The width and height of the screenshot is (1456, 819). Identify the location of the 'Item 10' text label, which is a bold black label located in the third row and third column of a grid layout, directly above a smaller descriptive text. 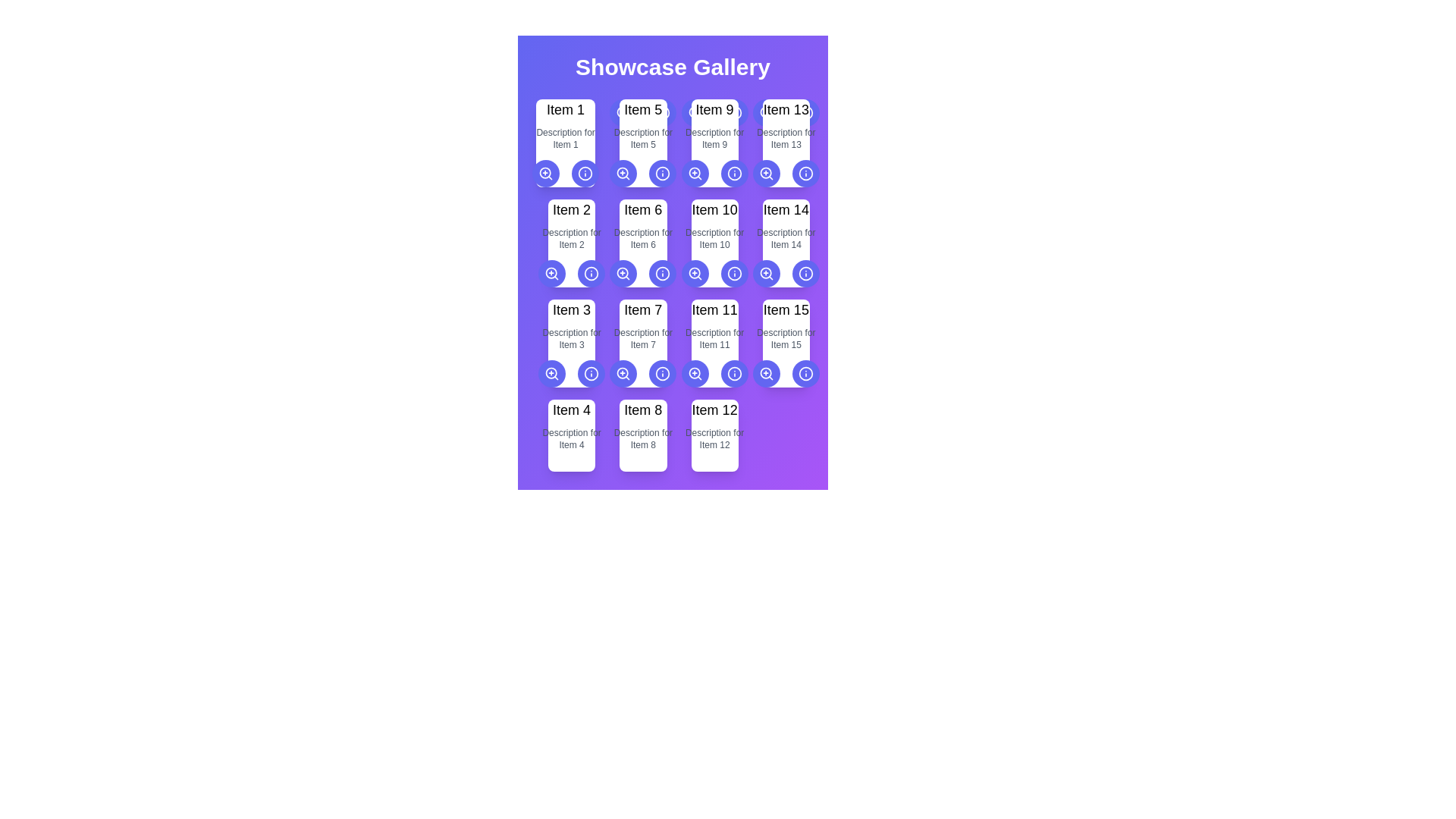
(714, 210).